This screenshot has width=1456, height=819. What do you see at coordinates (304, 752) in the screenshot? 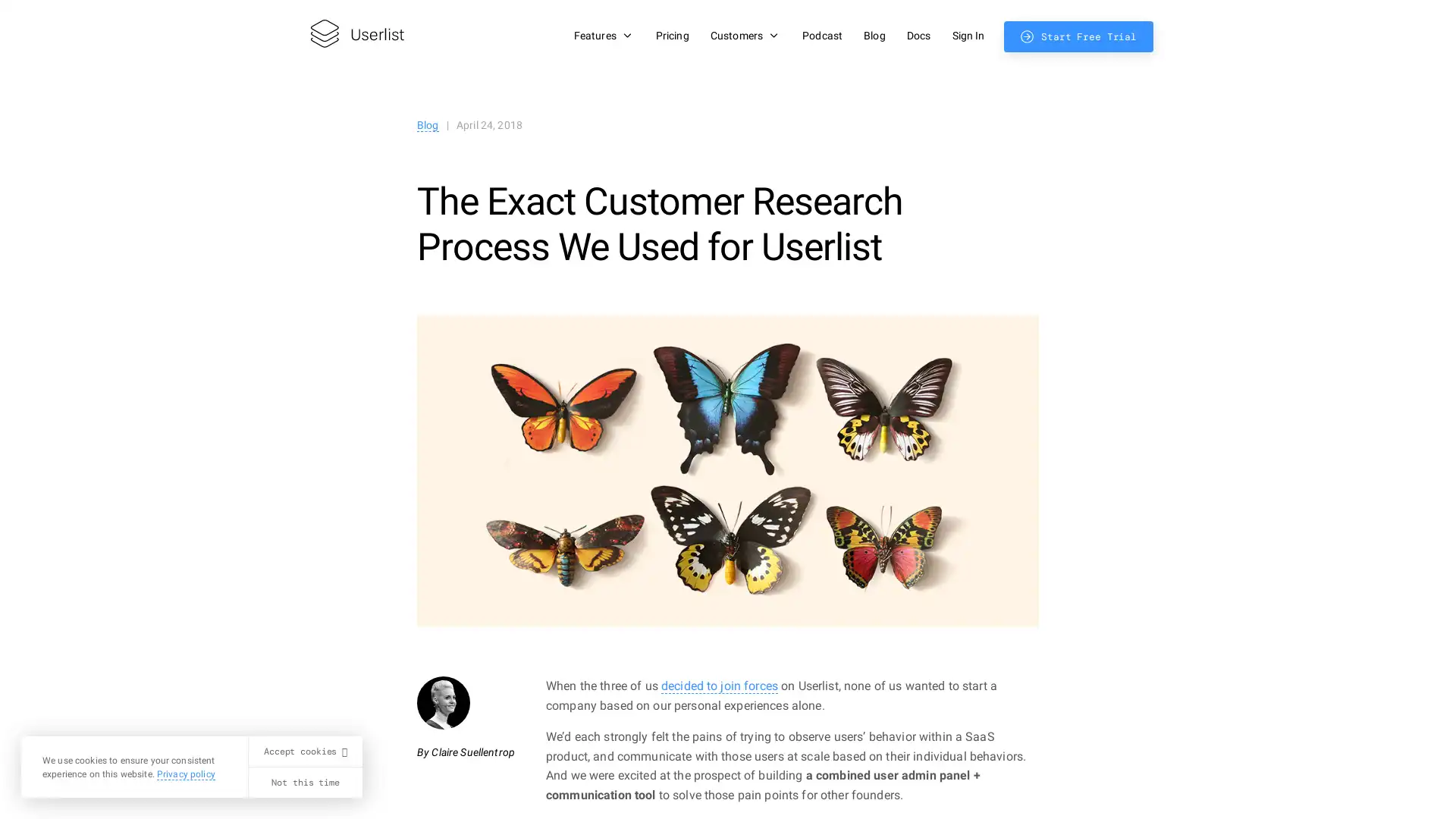
I see `Accept cookies` at bounding box center [304, 752].